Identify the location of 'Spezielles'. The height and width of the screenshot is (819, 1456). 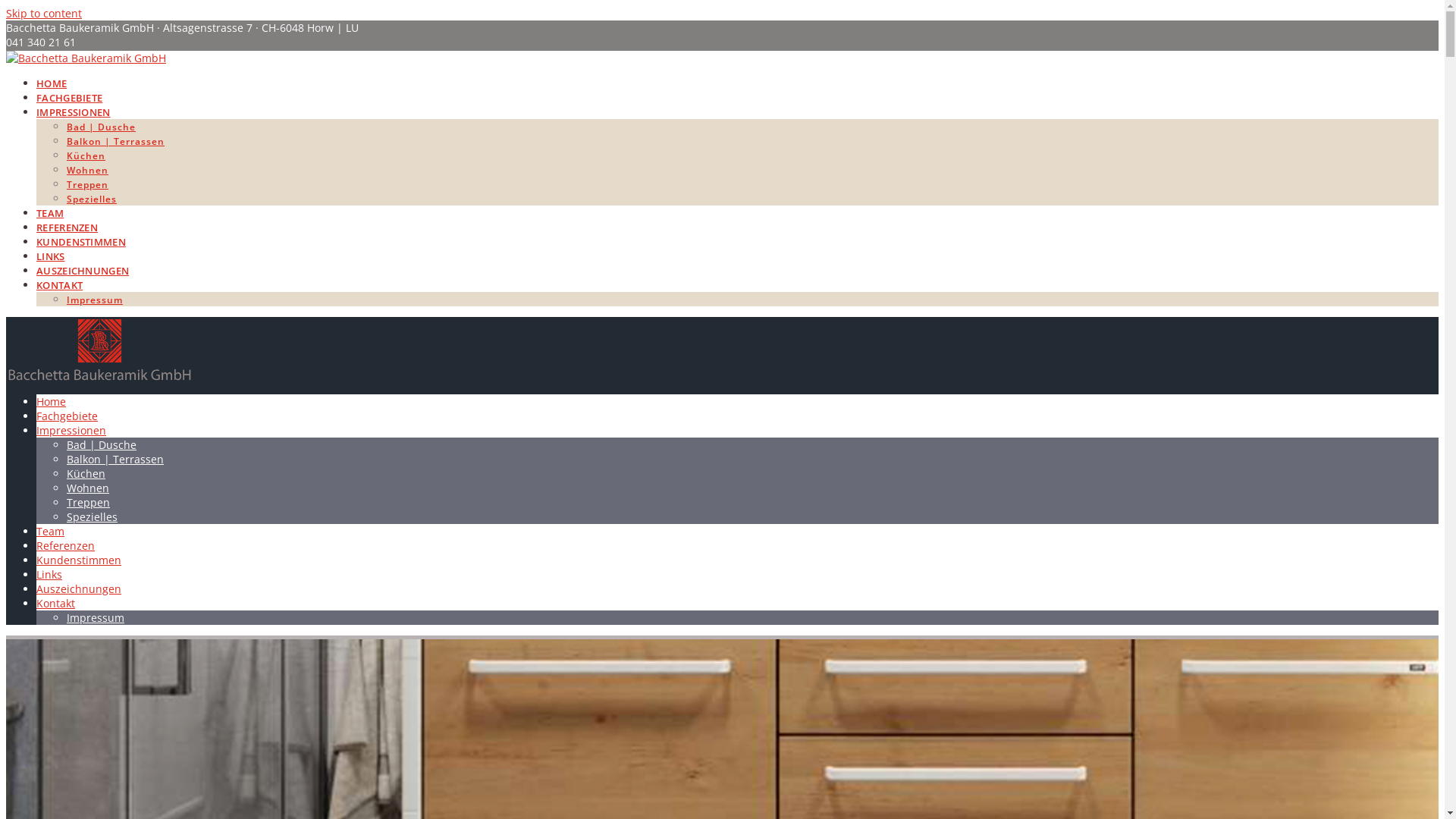
(90, 198).